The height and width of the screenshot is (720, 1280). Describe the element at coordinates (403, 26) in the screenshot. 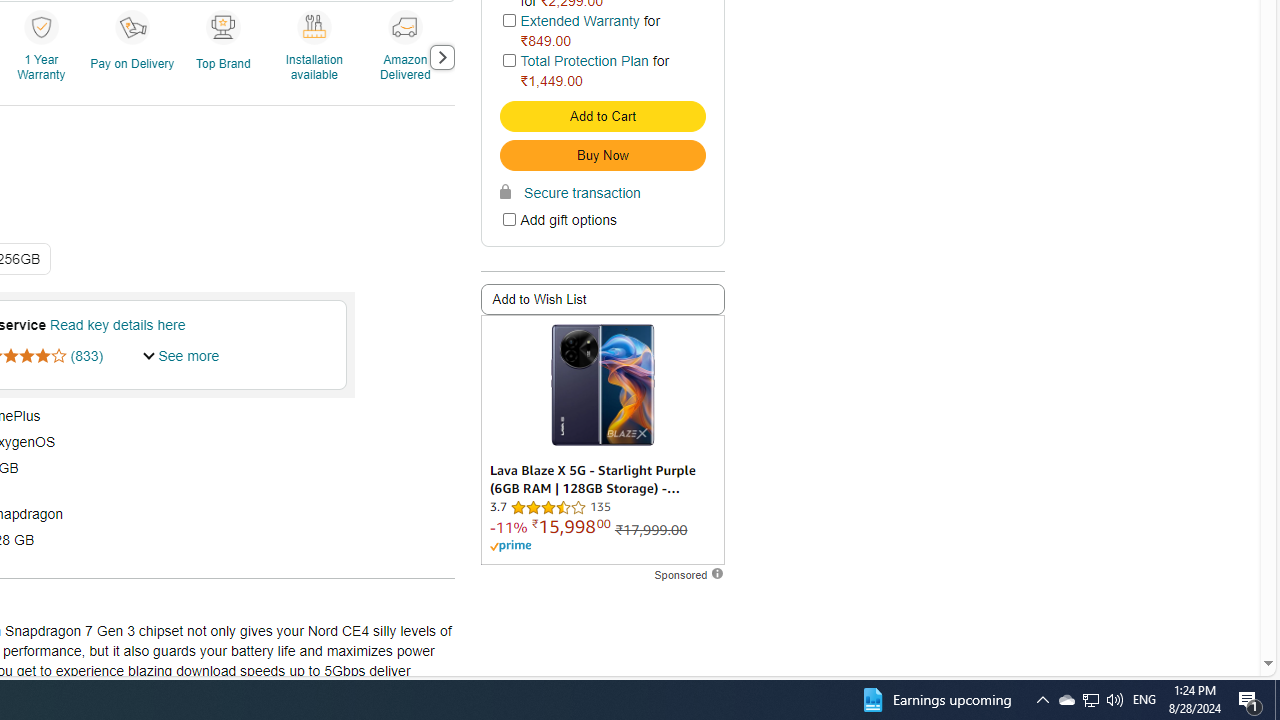

I see `'Amazon Delivered'` at that location.